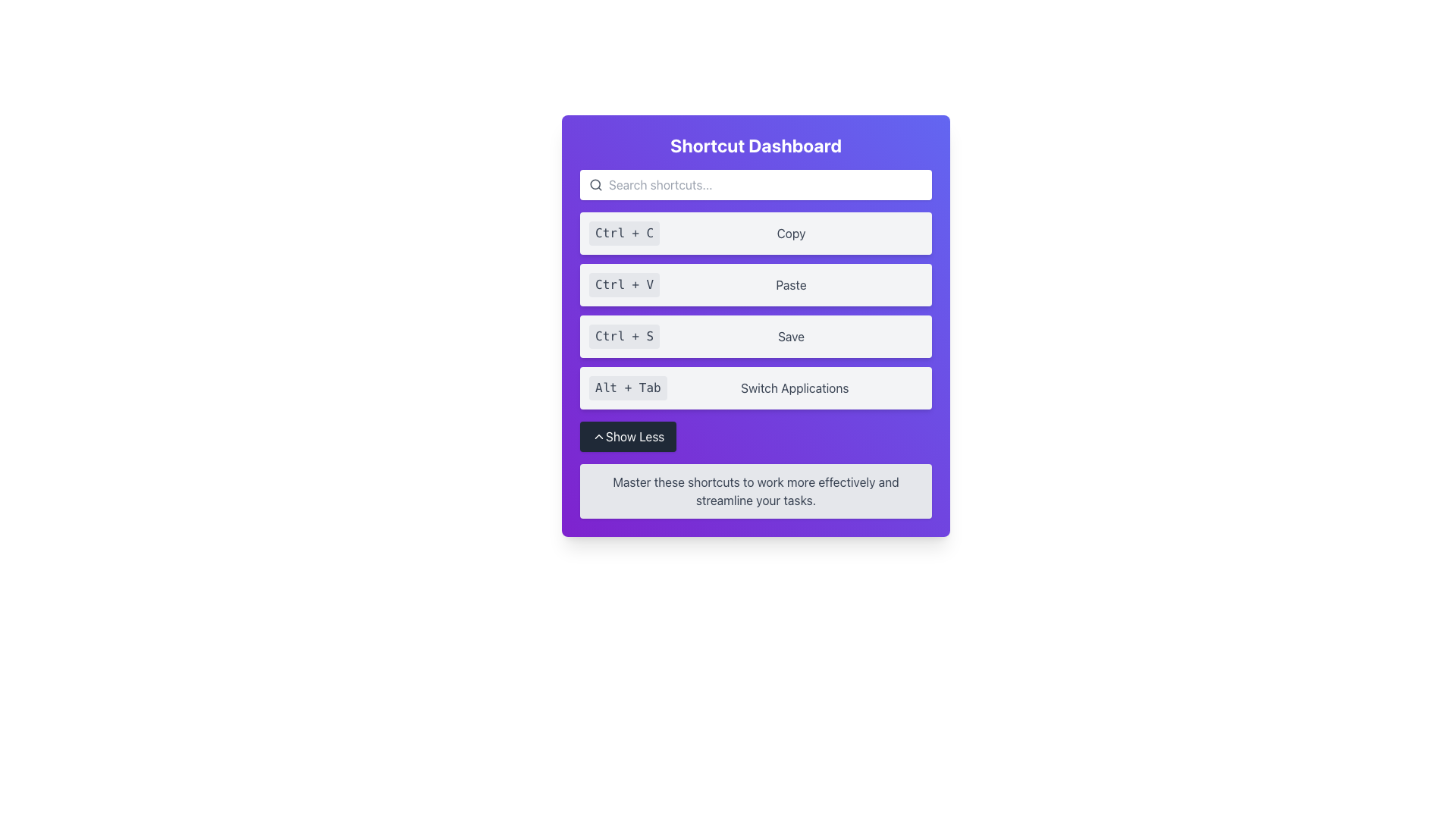 The image size is (1456, 819). What do you see at coordinates (756, 491) in the screenshot?
I see `message displayed in the text block which says 'Master these shortcuts to work more effectively and streamline your tasks.' located at the bottom of the 'Shortcut Dashboard' interface` at bounding box center [756, 491].